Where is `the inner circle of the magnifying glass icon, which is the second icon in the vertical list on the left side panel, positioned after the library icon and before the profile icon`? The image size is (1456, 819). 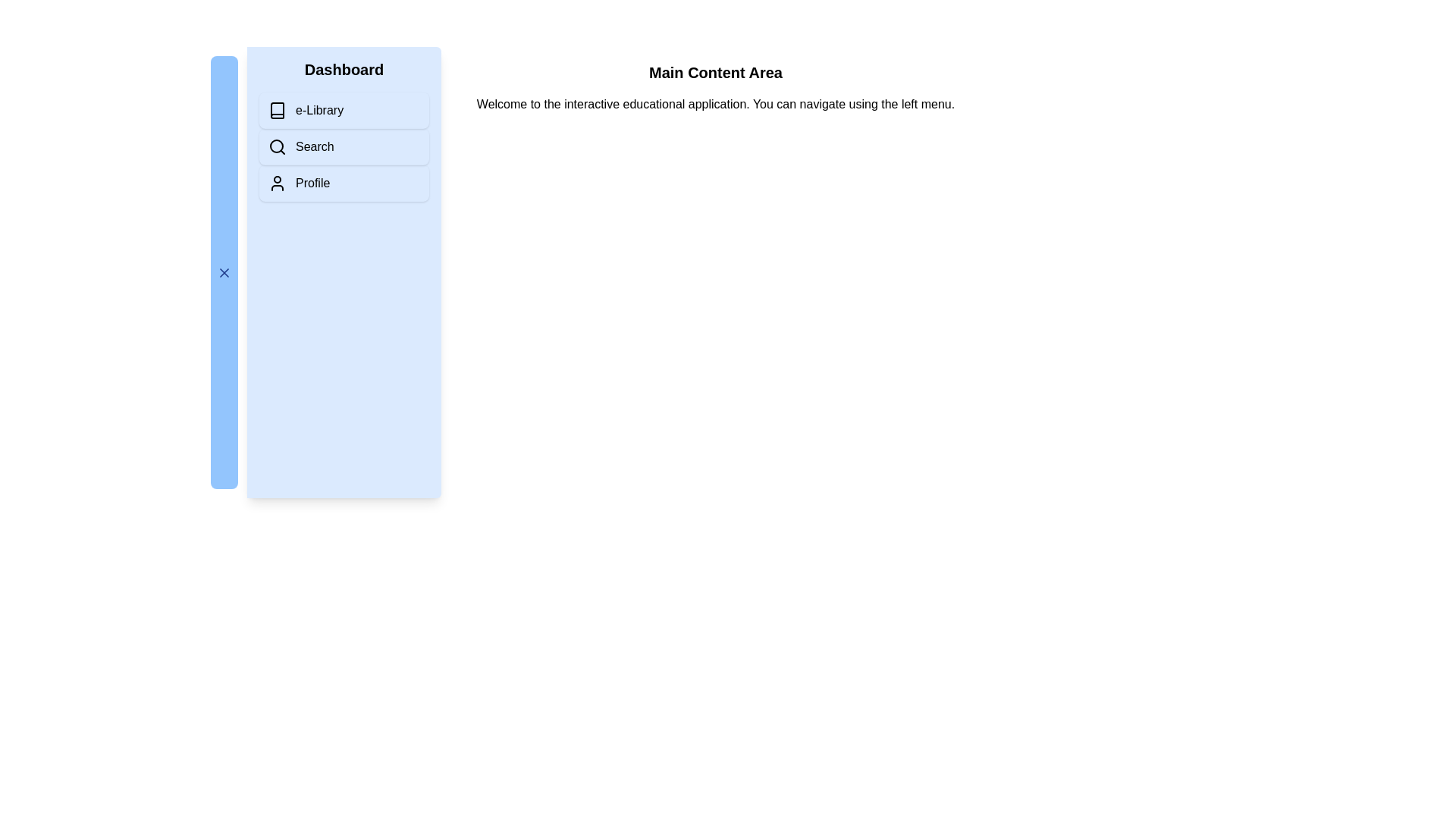
the inner circle of the magnifying glass icon, which is the second icon in the vertical list on the left side panel, positioned after the library icon and before the profile icon is located at coordinates (276, 146).